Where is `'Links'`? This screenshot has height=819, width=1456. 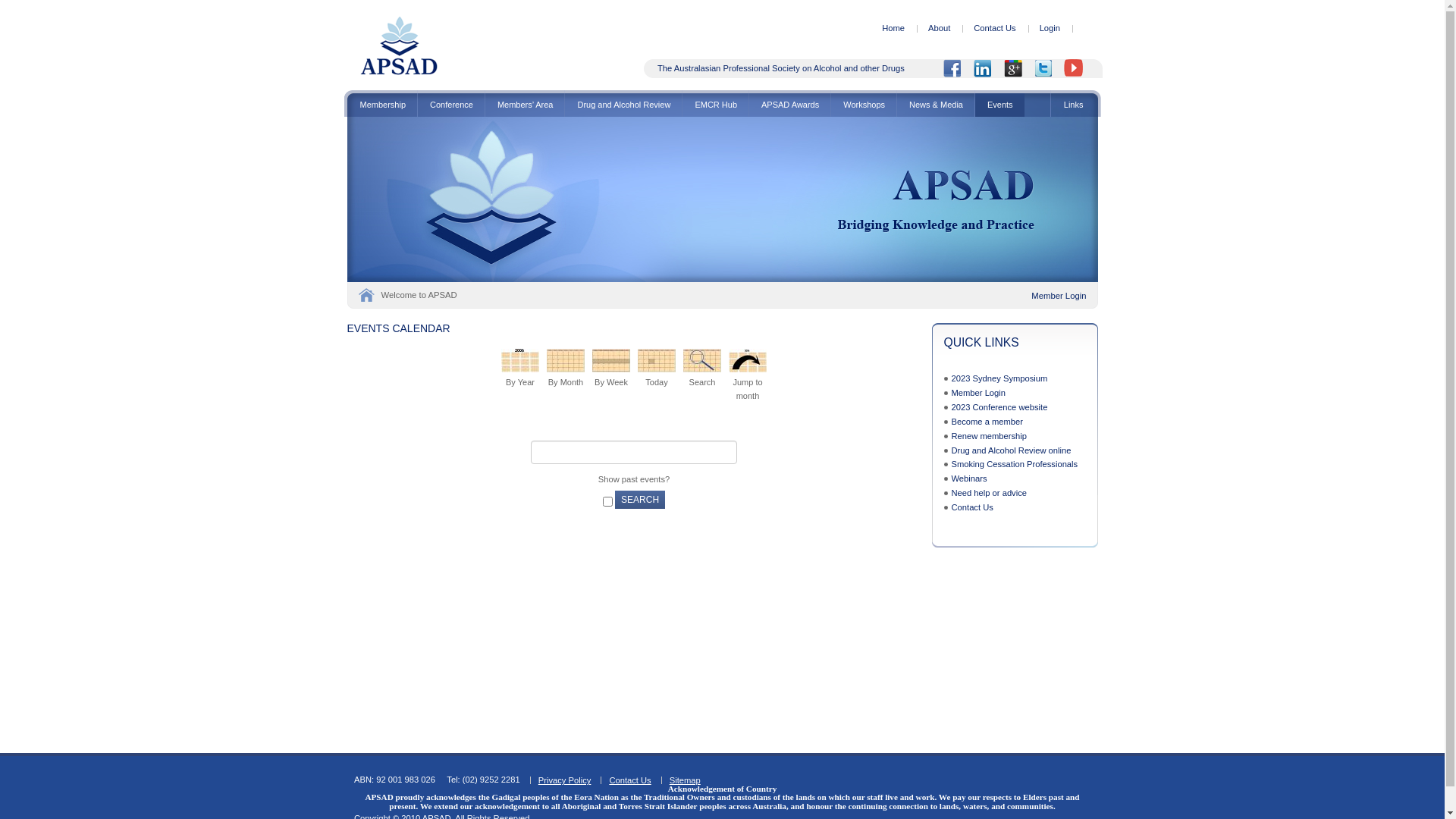
'Links' is located at coordinates (1073, 104).